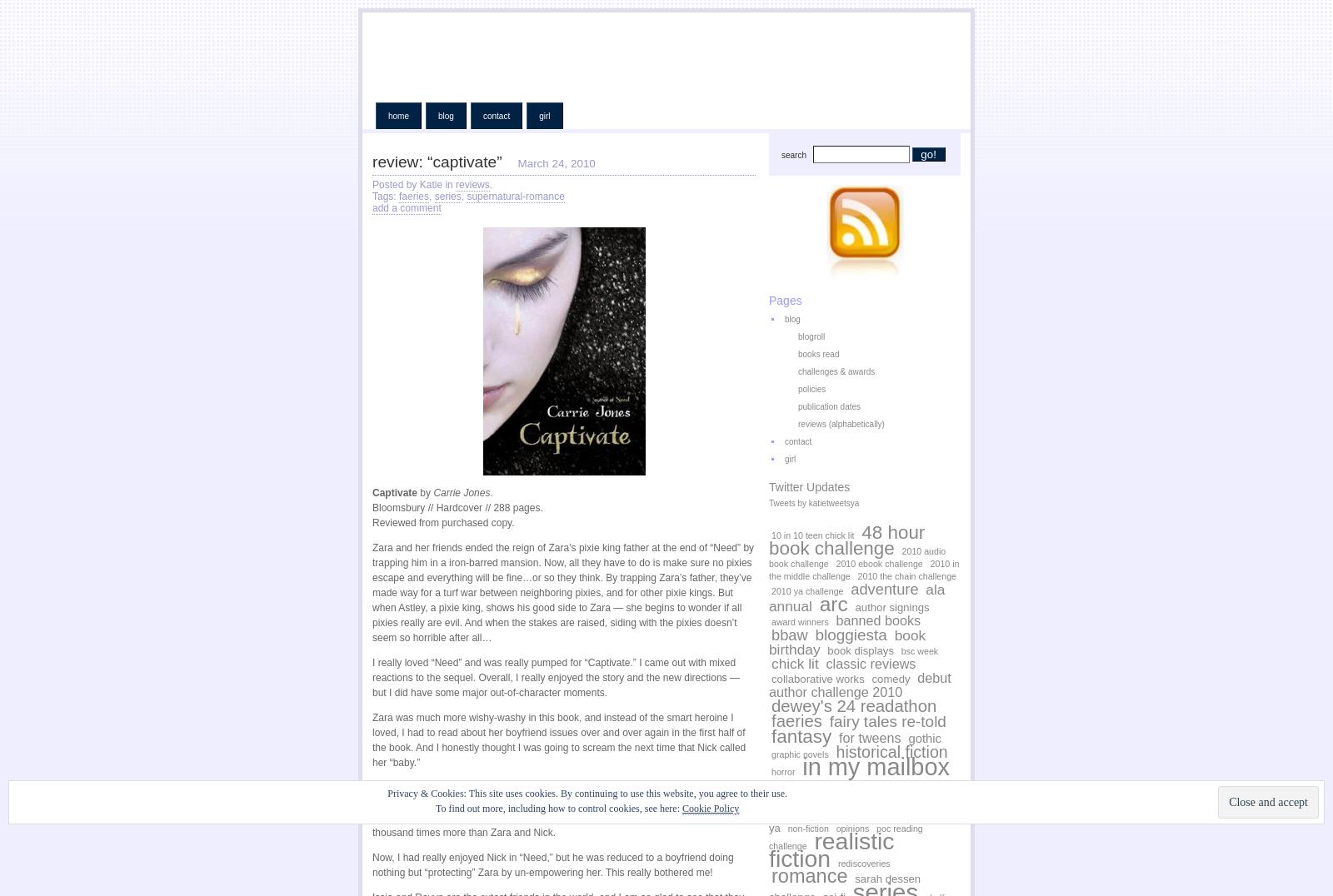  Describe the element at coordinates (908, 738) in the screenshot. I see `'gothic'` at that location.